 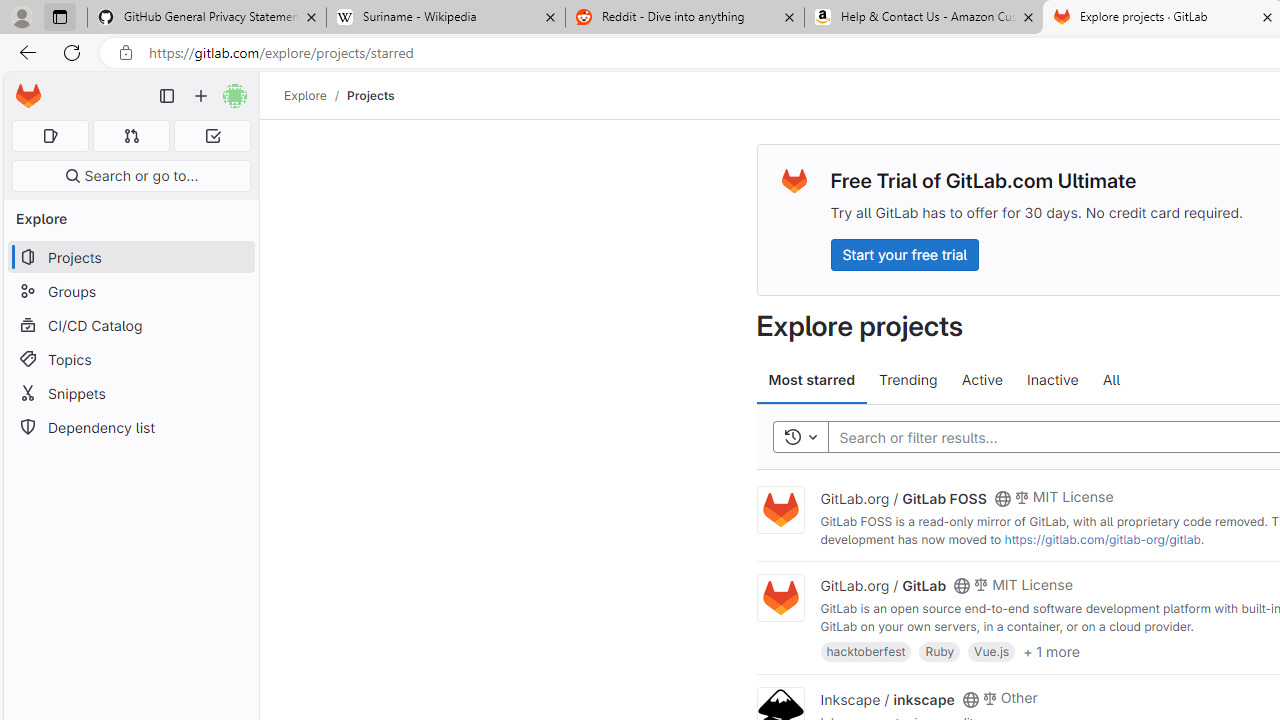 What do you see at coordinates (167, 96) in the screenshot?
I see `'Primary navigation sidebar'` at bounding box center [167, 96].